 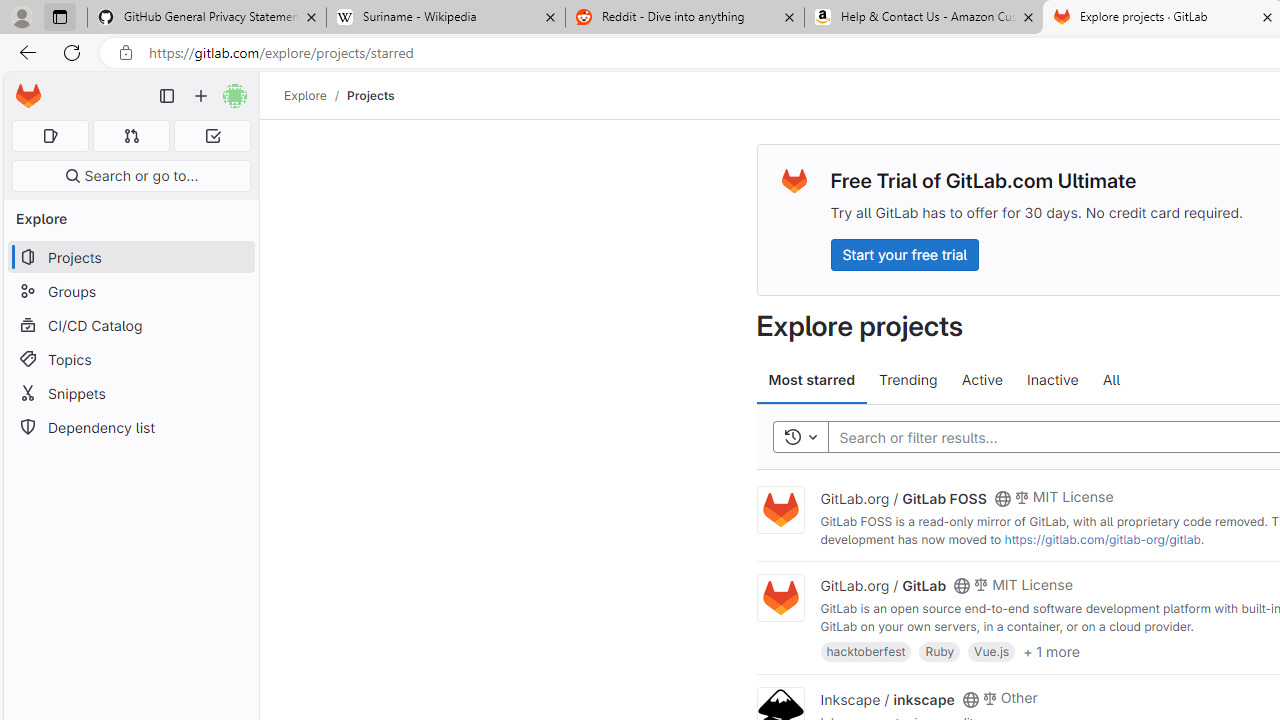 What do you see at coordinates (167, 96) in the screenshot?
I see `'Primary navigation sidebar'` at bounding box center [167, 96].